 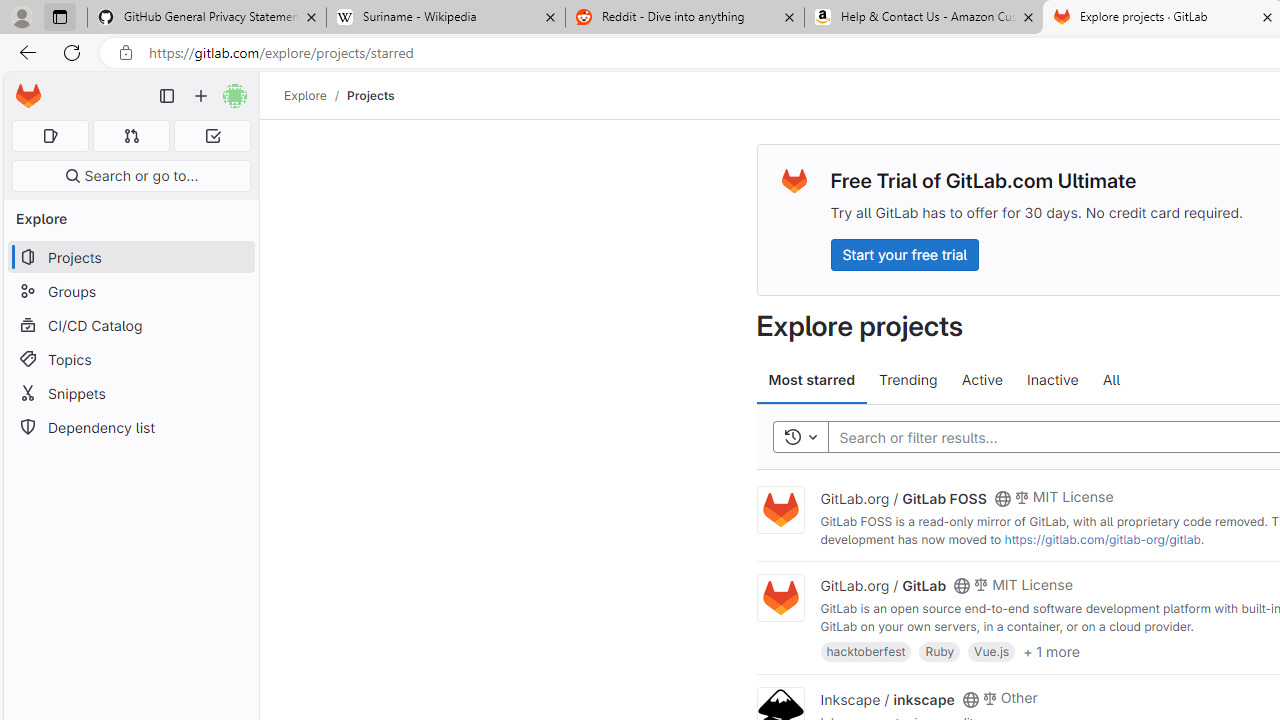 What do you see at coordinates (167, 96) in the screenshot?
I see `'Primary navigation sidebar'` at bounding box center [167, 96].